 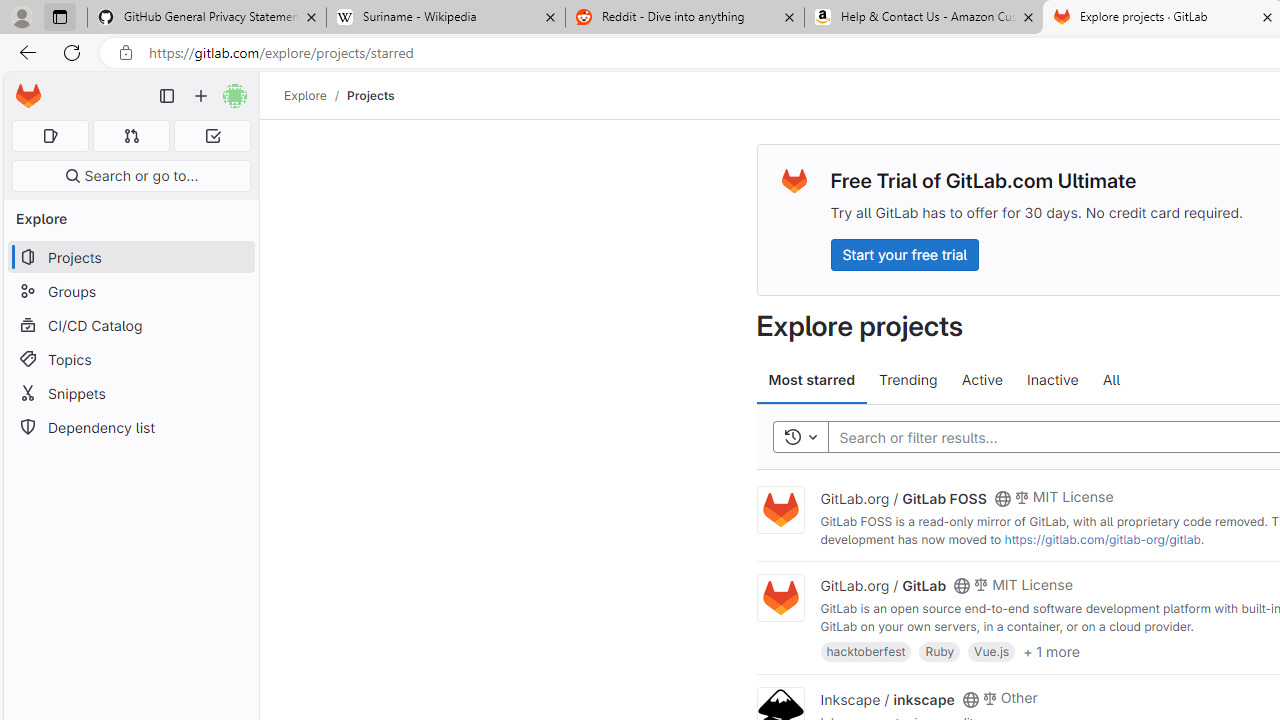 What do you see at coordinates (167, 96) in the screenshot?
I see `'Primary navigation sidebar'` at bounding box center [167, 96].